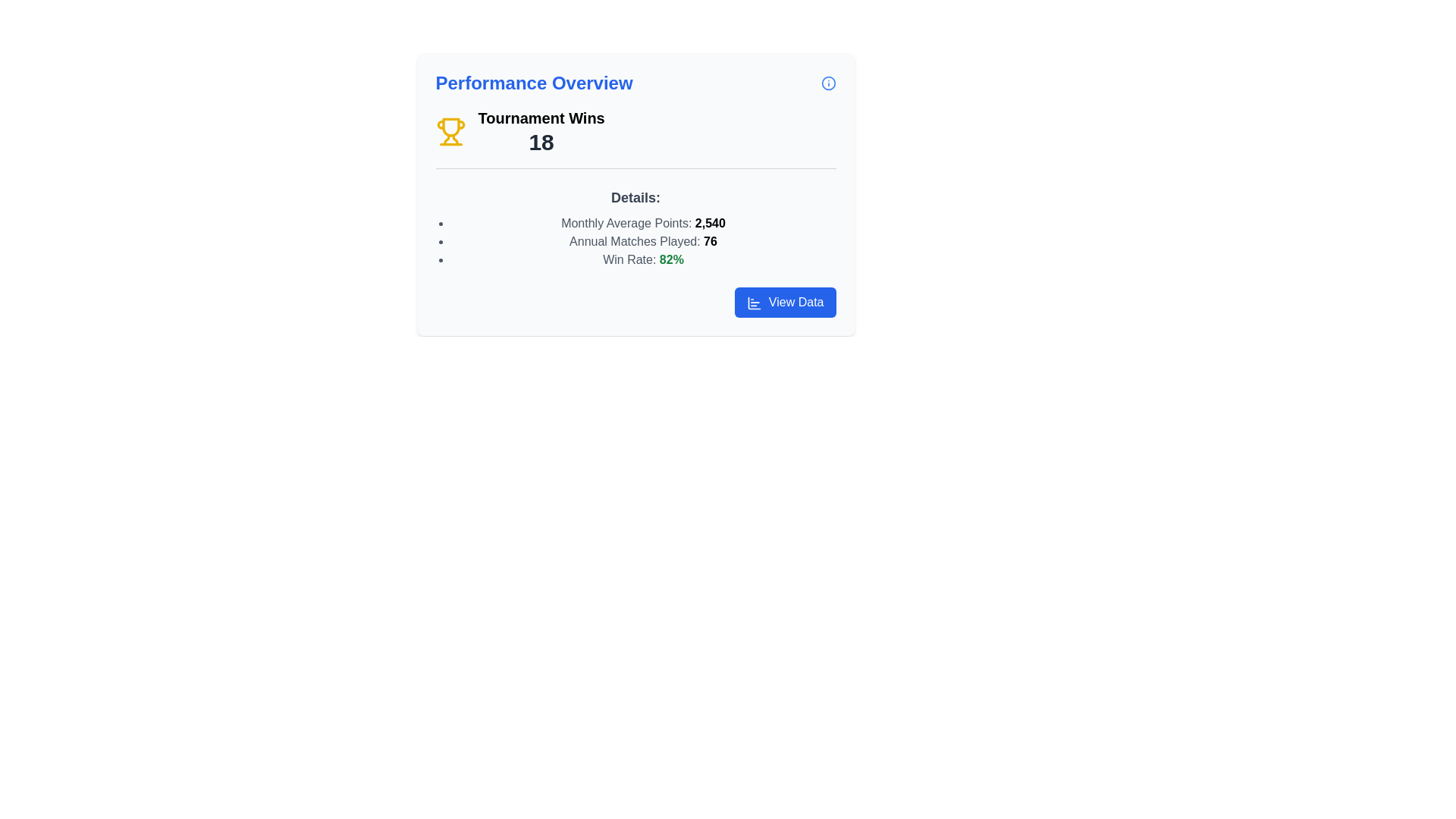  What do you see at coordinates (709, 223) in the screenshot?
I see `the numeric value '2,540' representing the user's monthly average points in the 'Details:' section of the card layout` at bounding box center [709, 223].